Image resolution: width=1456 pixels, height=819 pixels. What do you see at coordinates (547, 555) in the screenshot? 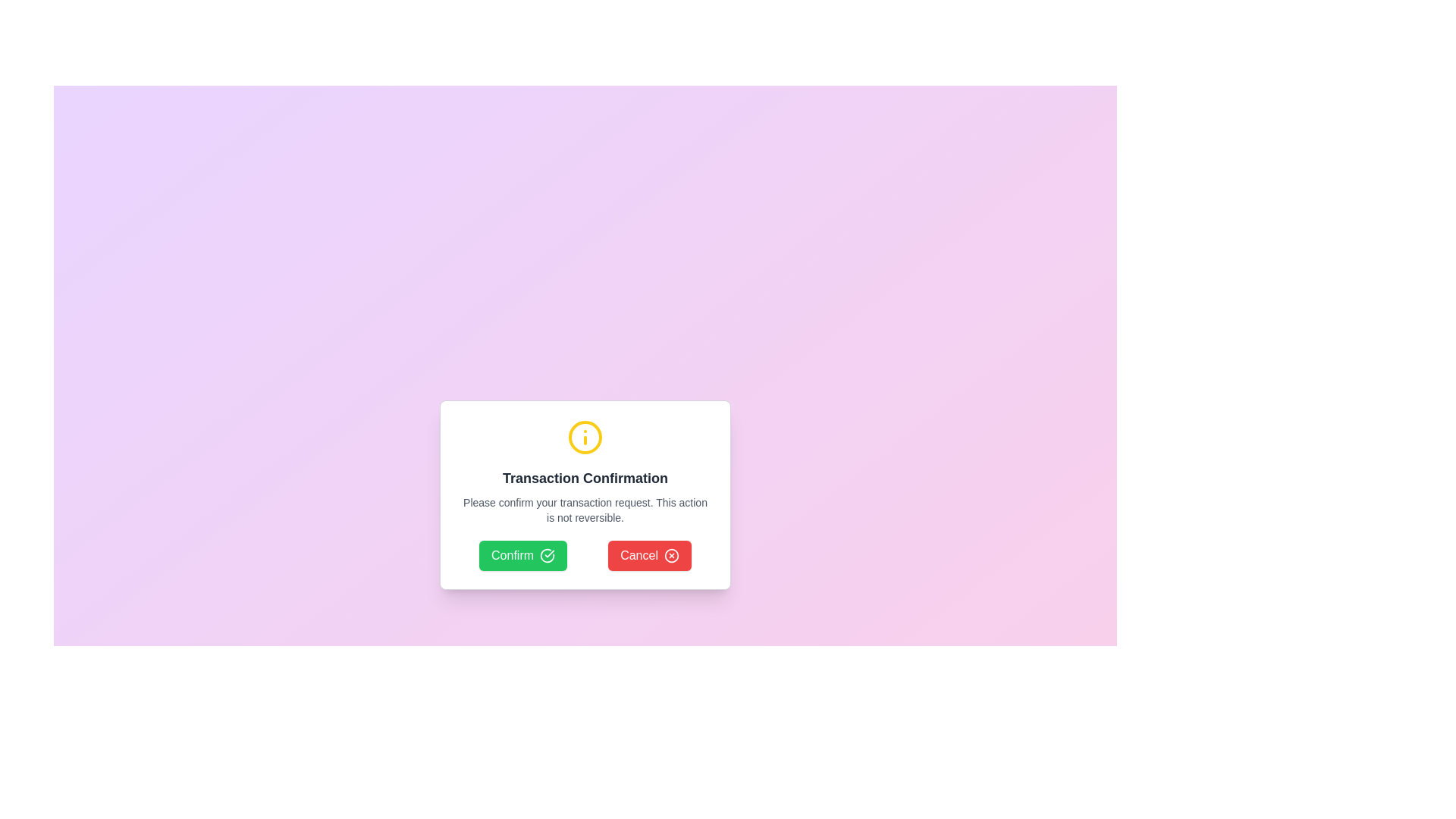
I see `the circular green check icon located to the right of the 'Confirm' text in the bottom-left section of the modal dialog` at bounding box center [547, 555].